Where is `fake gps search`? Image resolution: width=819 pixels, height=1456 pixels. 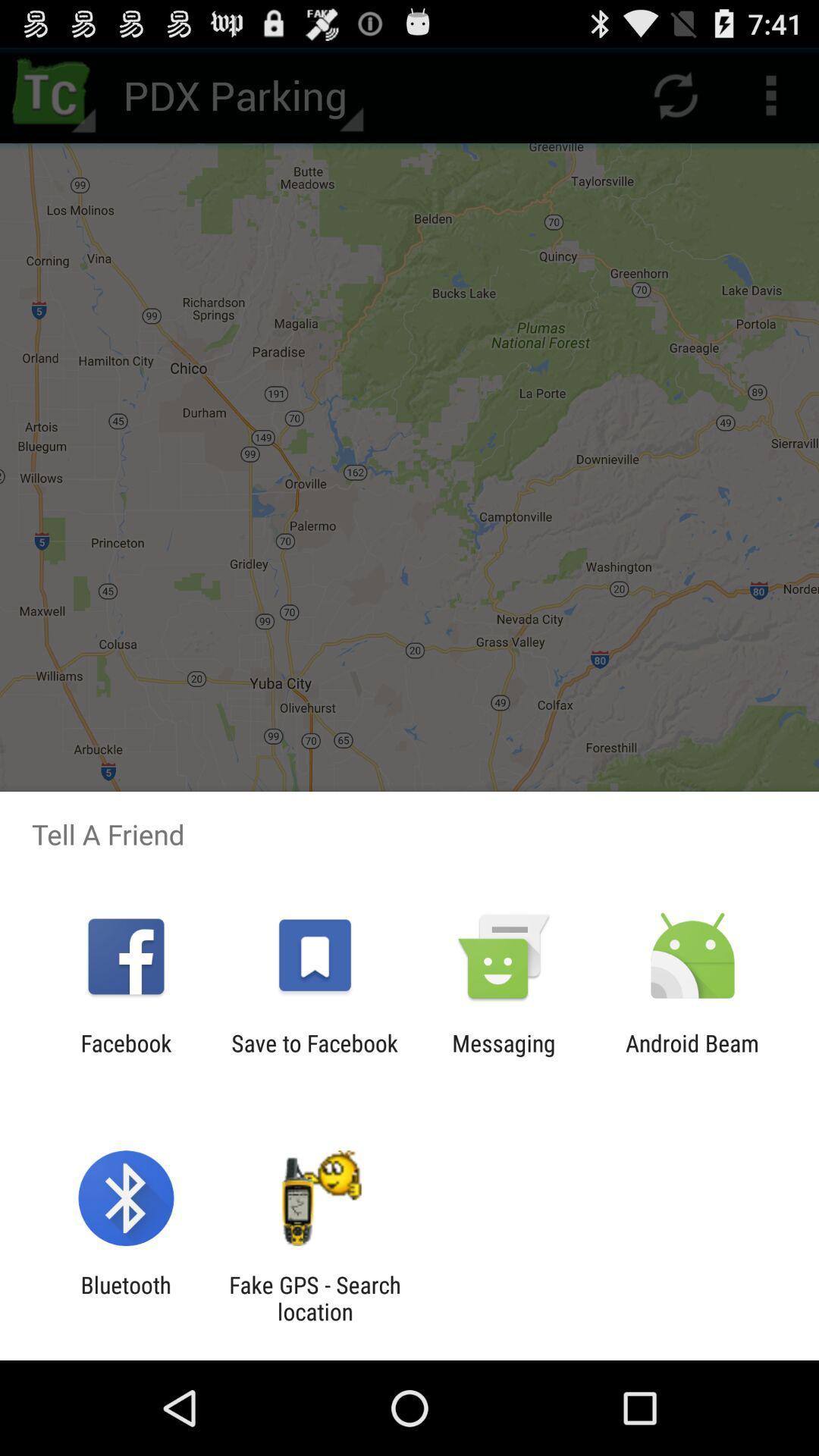 fake gps search is located at coordinates (314, 1298).